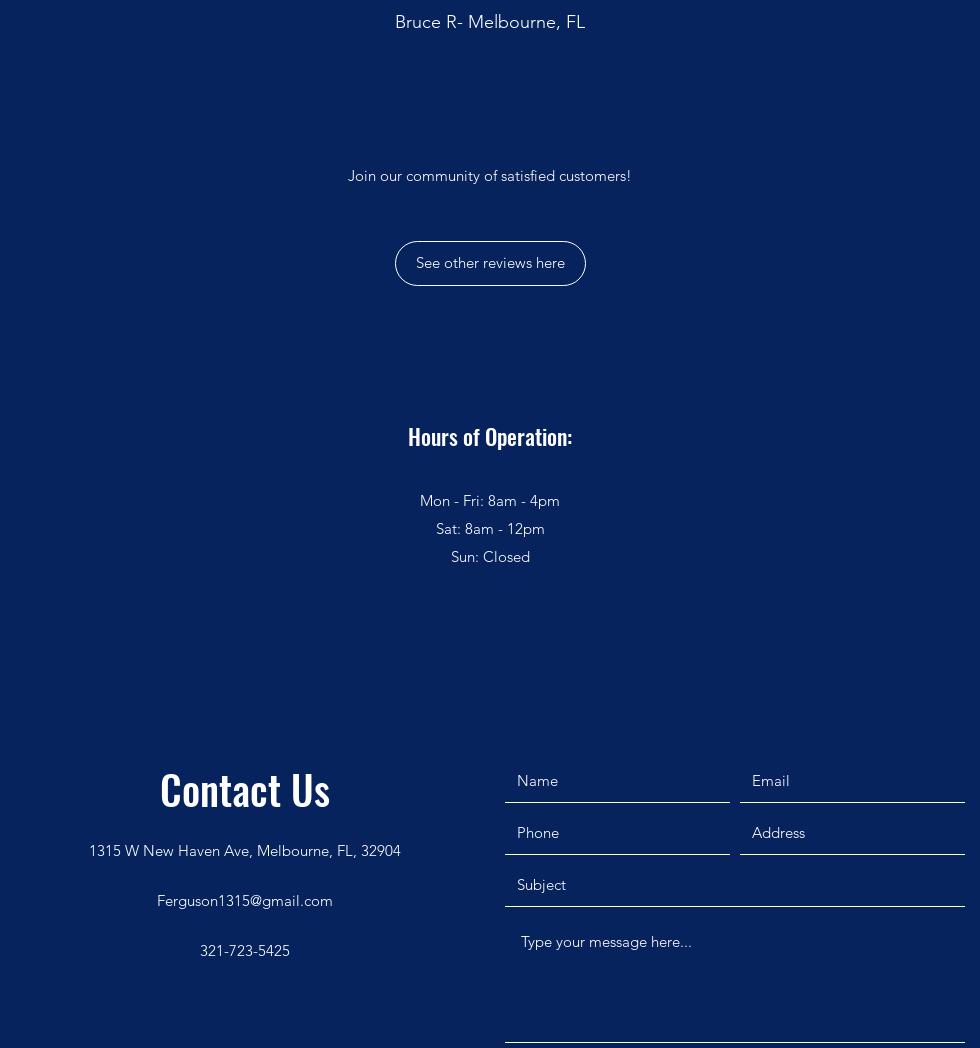 The width and height of the screenshot is (980, 1048). Describe the element at coordinates (395, 19) in the screenshot. I see `'Bruce R- Melbourne, FL'` at that location.